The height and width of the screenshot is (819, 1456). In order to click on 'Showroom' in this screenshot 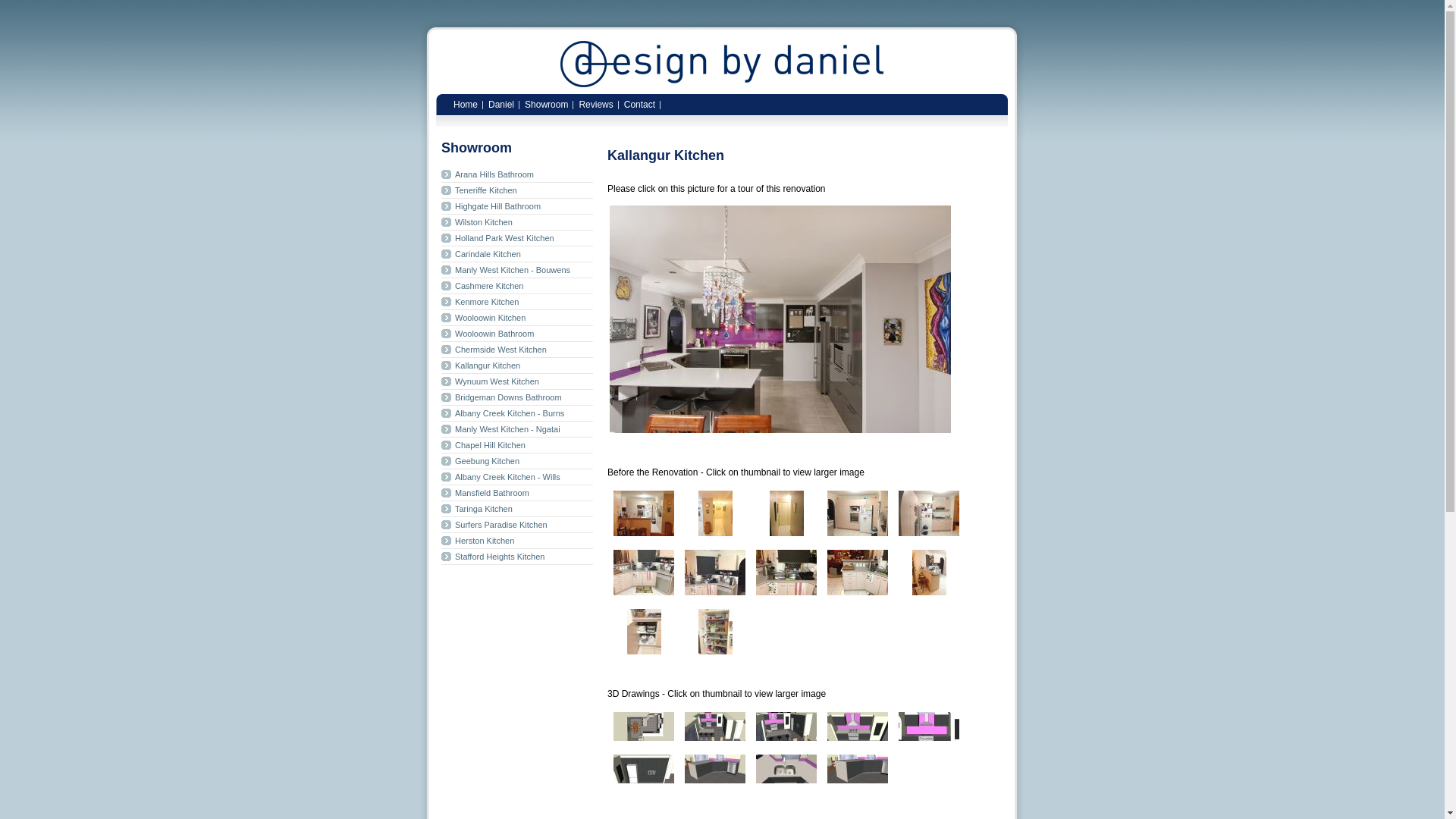, I will do `click(546, 102)`.